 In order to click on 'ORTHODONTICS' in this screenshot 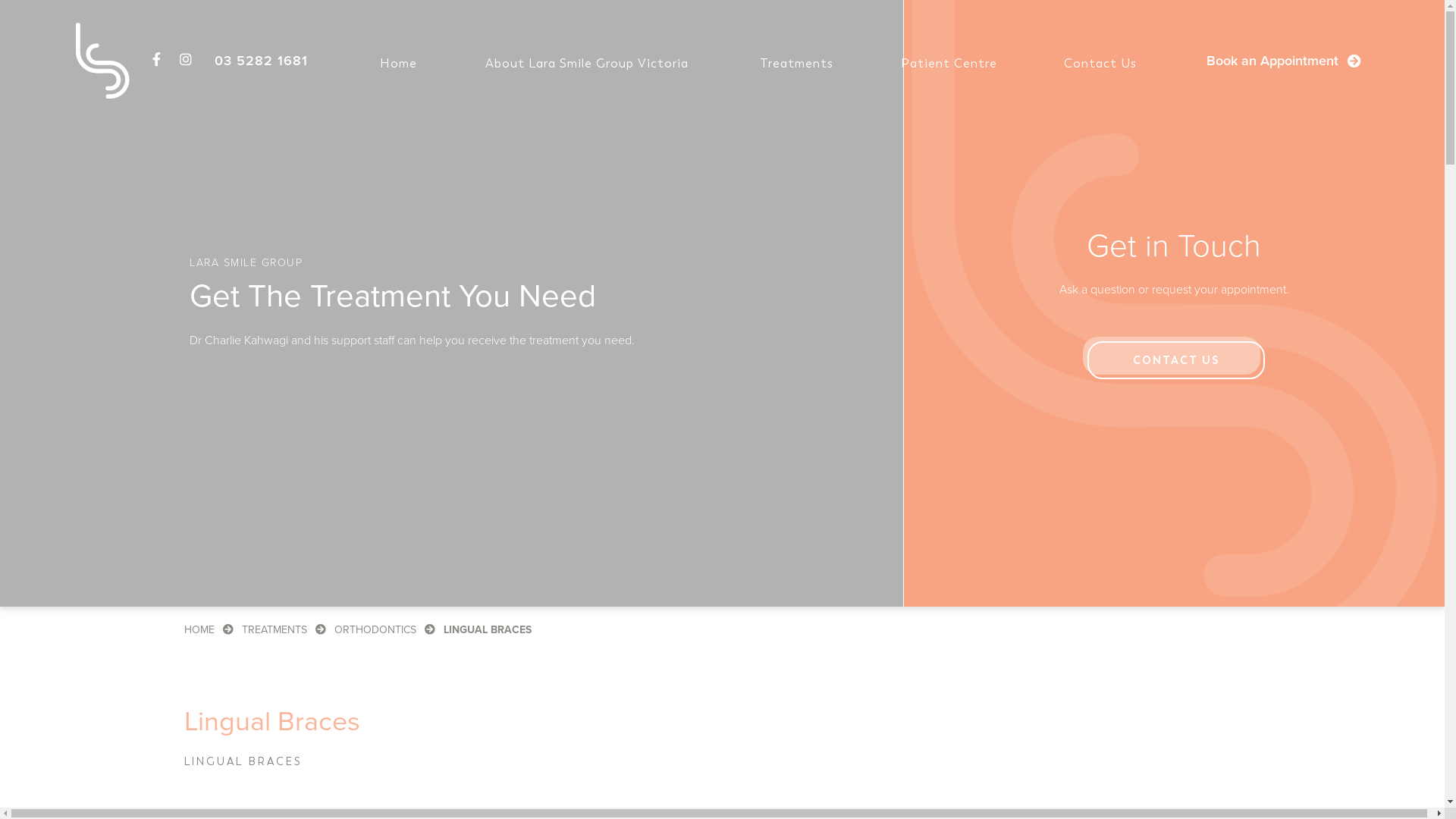, I will do `click(333, 629)`.